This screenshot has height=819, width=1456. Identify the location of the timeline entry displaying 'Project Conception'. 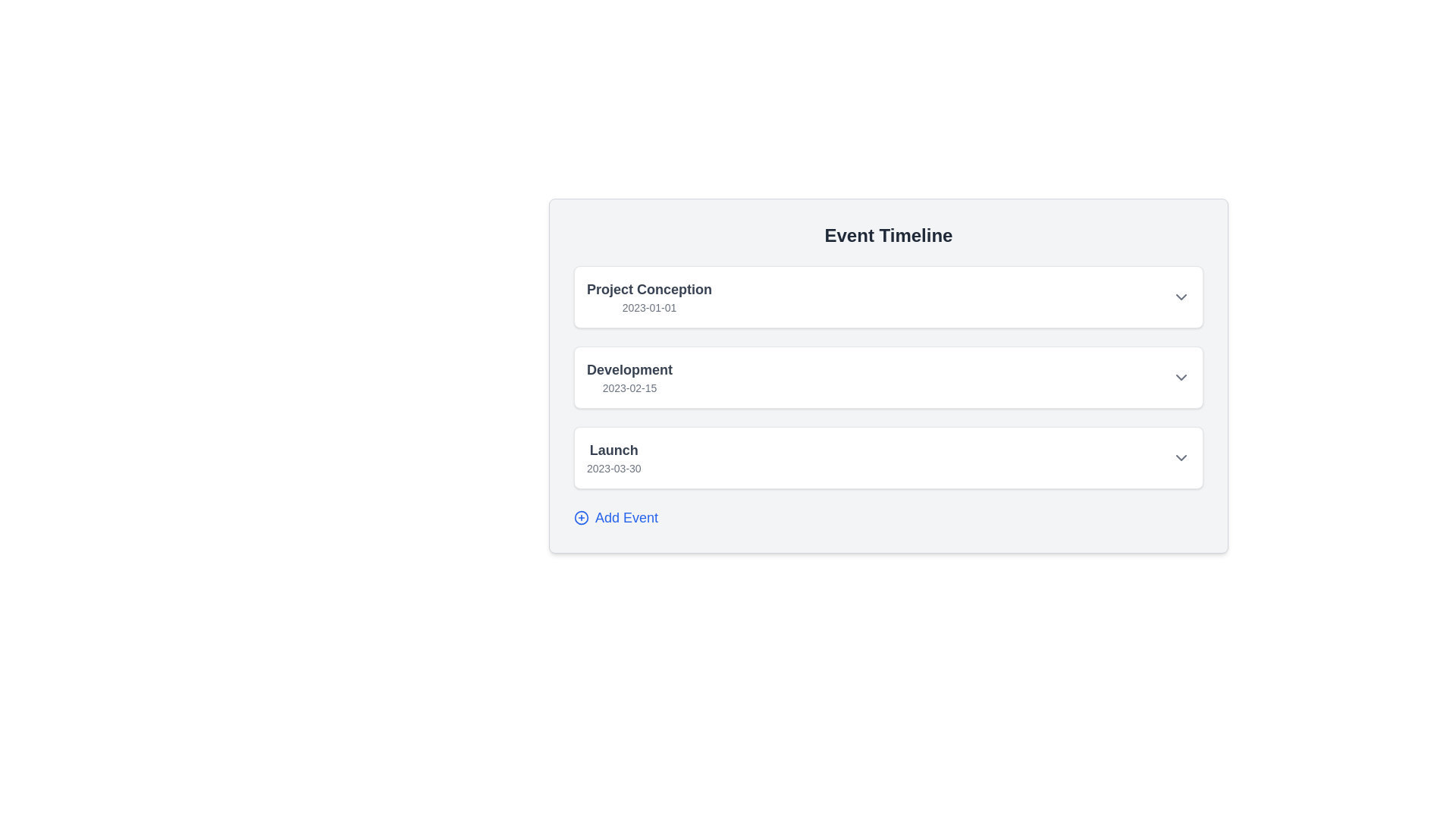
(649, 297).